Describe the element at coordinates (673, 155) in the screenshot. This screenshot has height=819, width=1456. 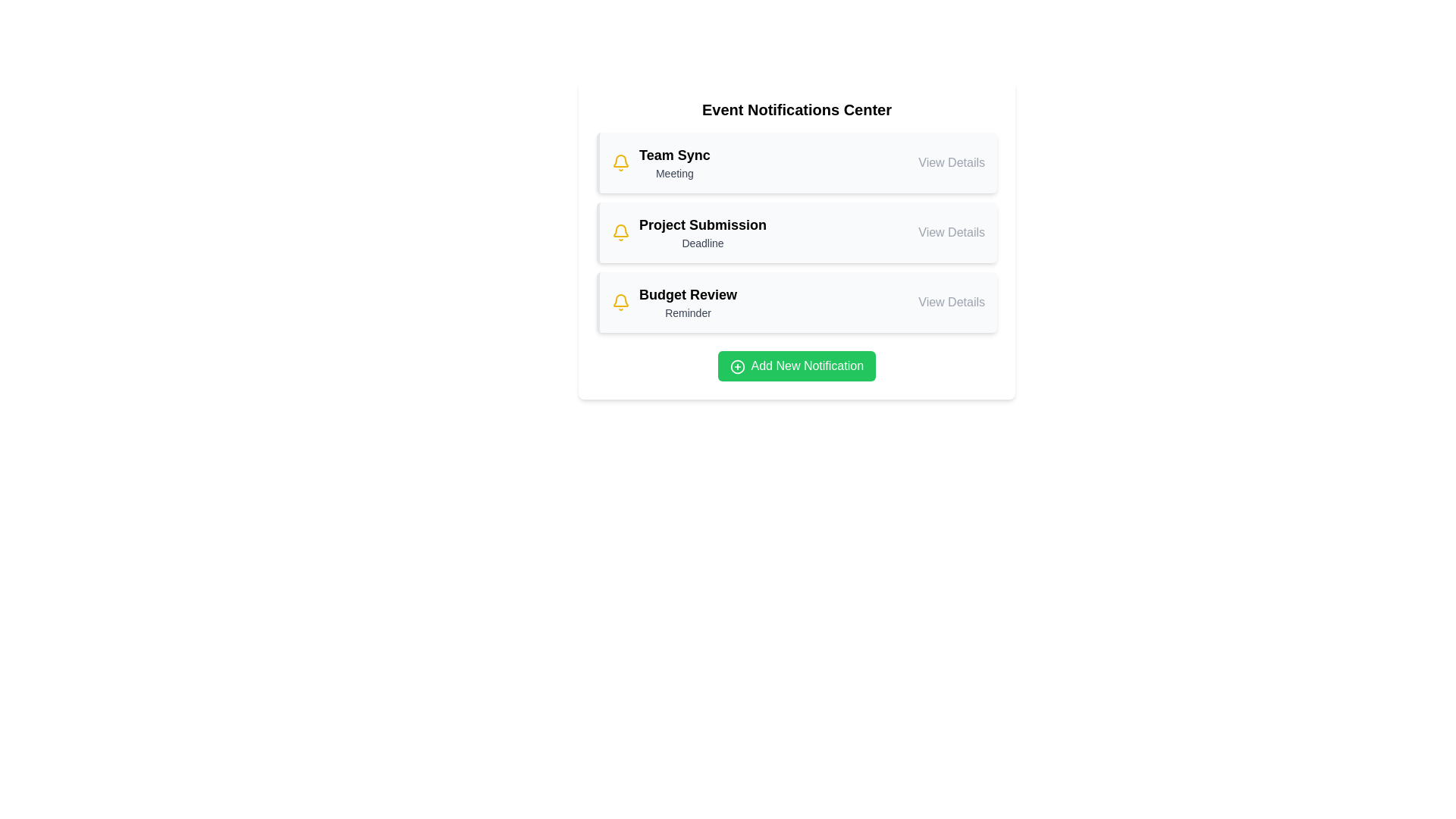
I see `the 'Team Sync' text element located in the first notification card under 'Event Notifications Center'` at that location.